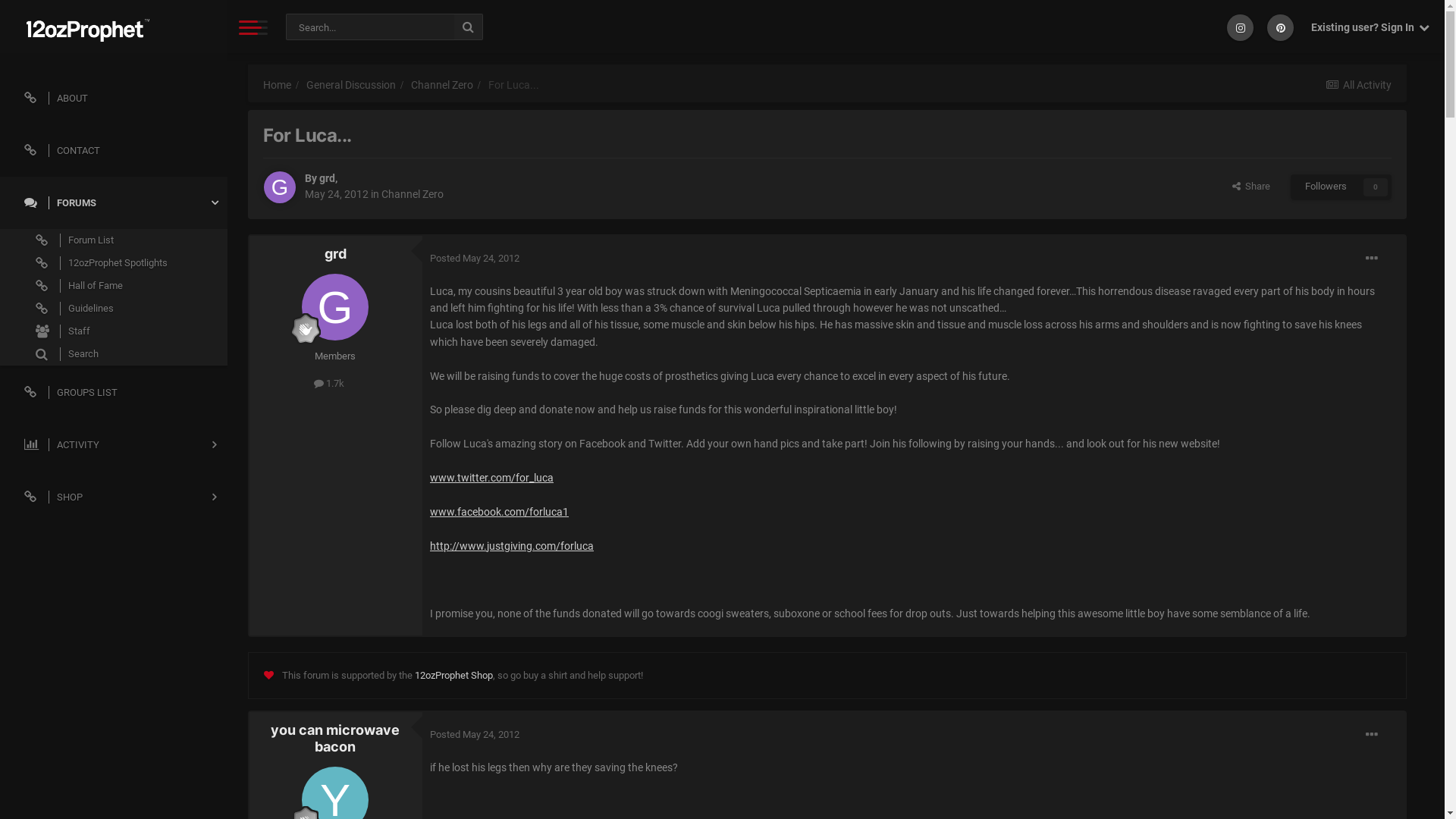  I want to click on 'Followers, so click(1341, 186).